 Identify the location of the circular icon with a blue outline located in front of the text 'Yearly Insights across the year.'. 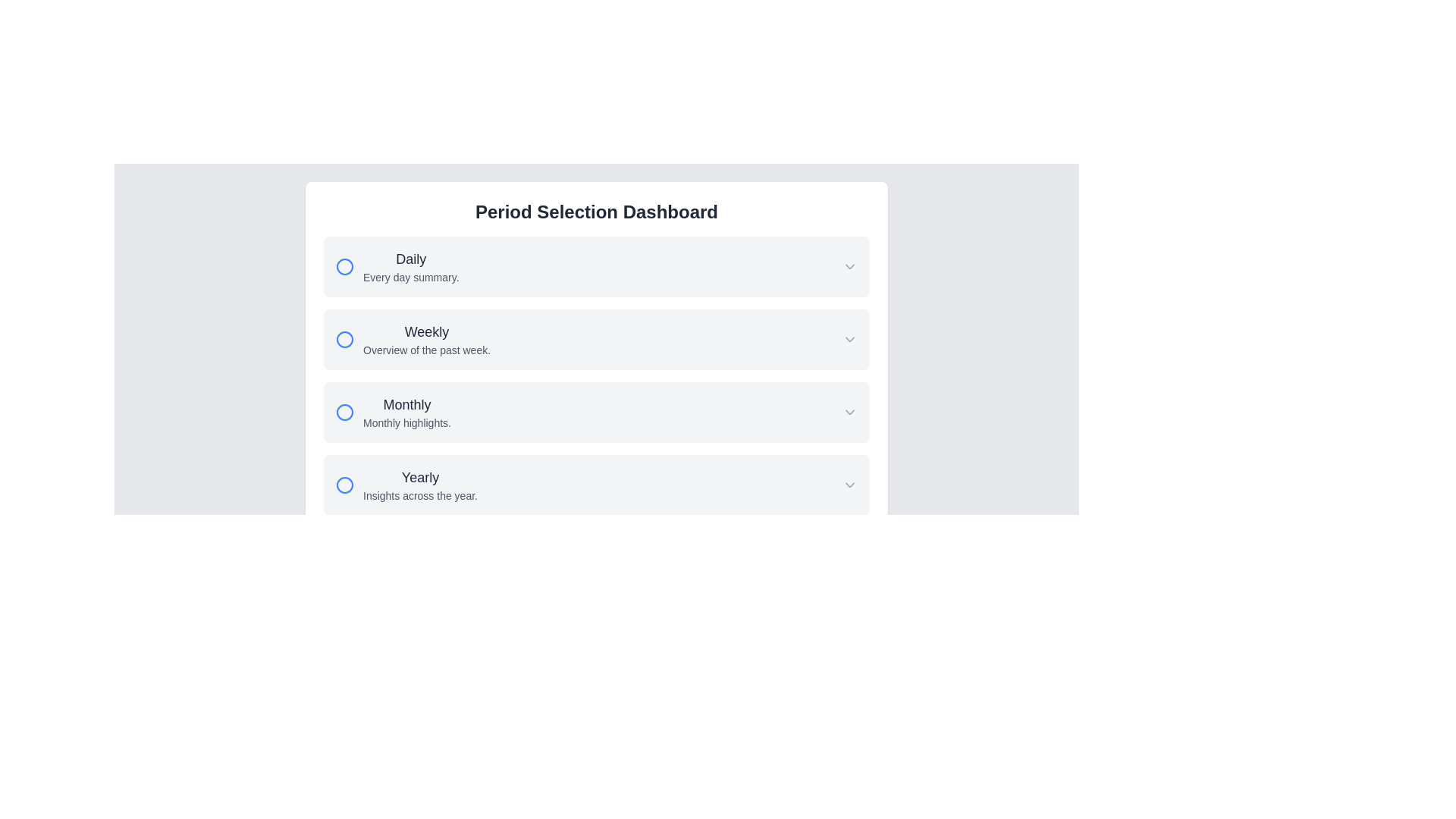
(344, 485).